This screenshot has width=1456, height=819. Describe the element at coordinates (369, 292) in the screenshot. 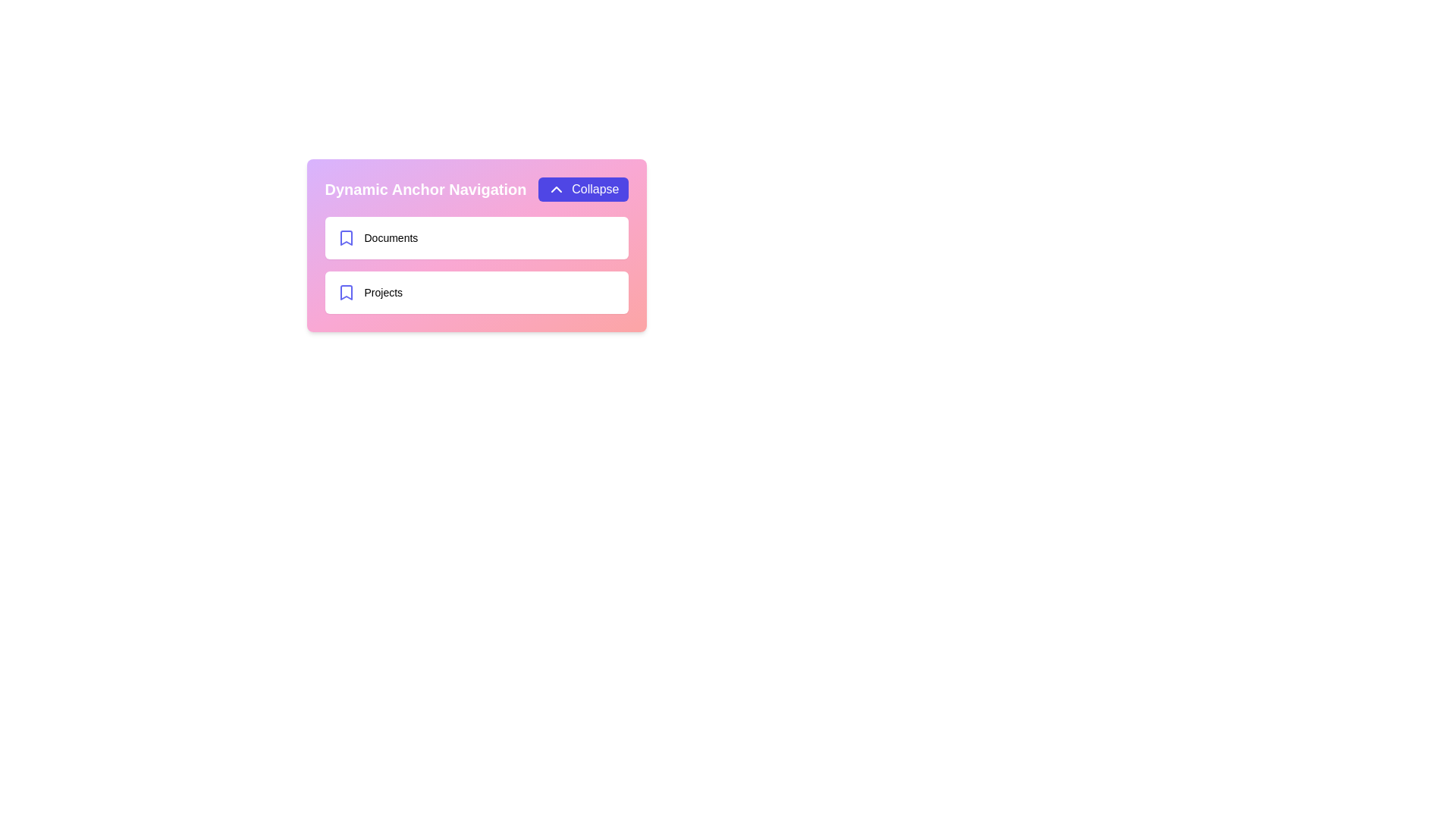

I see `the 'Projects' interactive link component, which features a black text labeled 'Projects' next to a blue bookmark icon` at that location.